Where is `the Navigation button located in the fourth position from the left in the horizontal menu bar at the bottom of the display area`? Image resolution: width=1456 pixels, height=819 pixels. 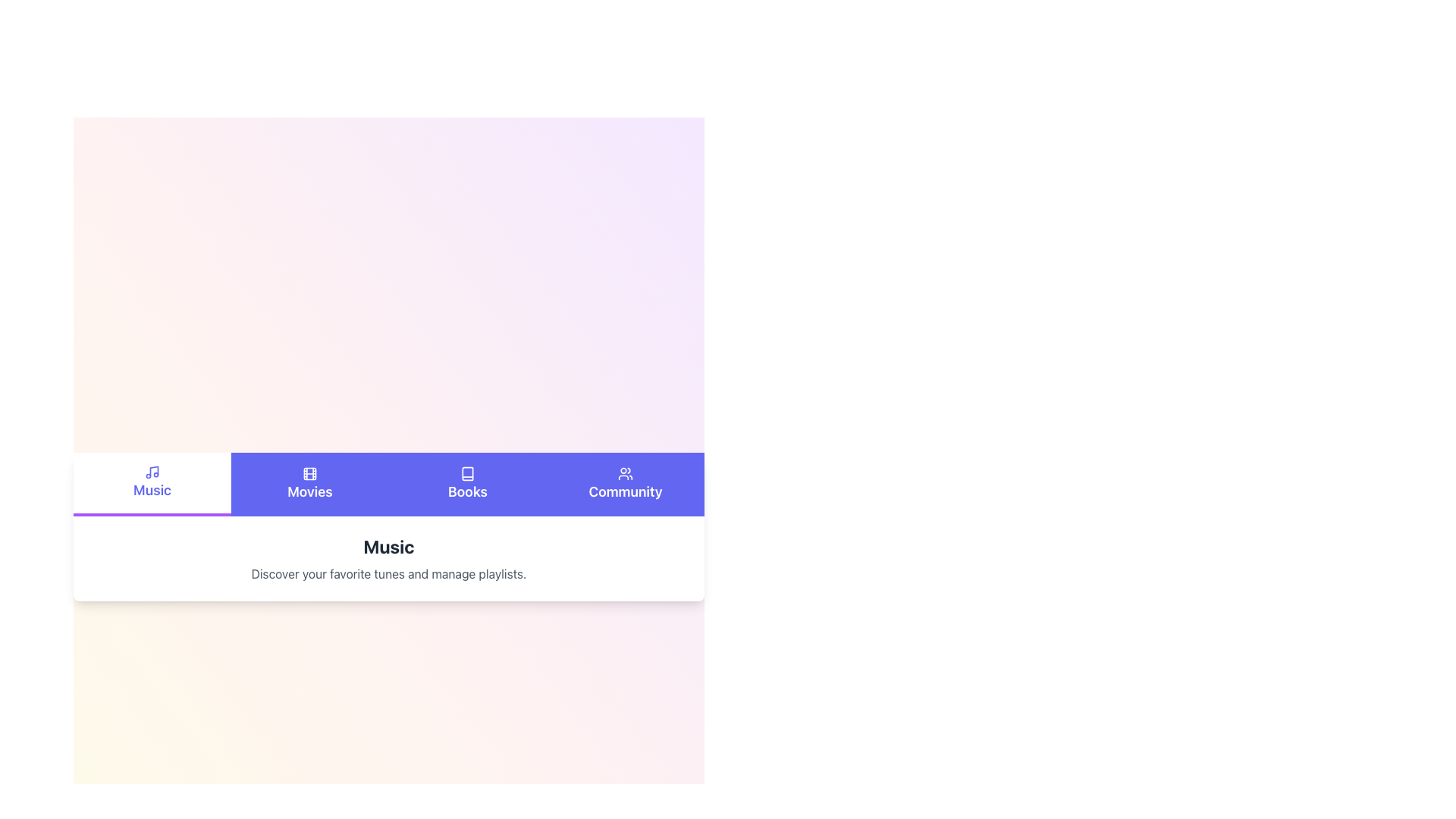 the Navigation button located in the fourth position from the left in the horizontal menu bar at the bottom of the display area is located at coordinates (626, 485).